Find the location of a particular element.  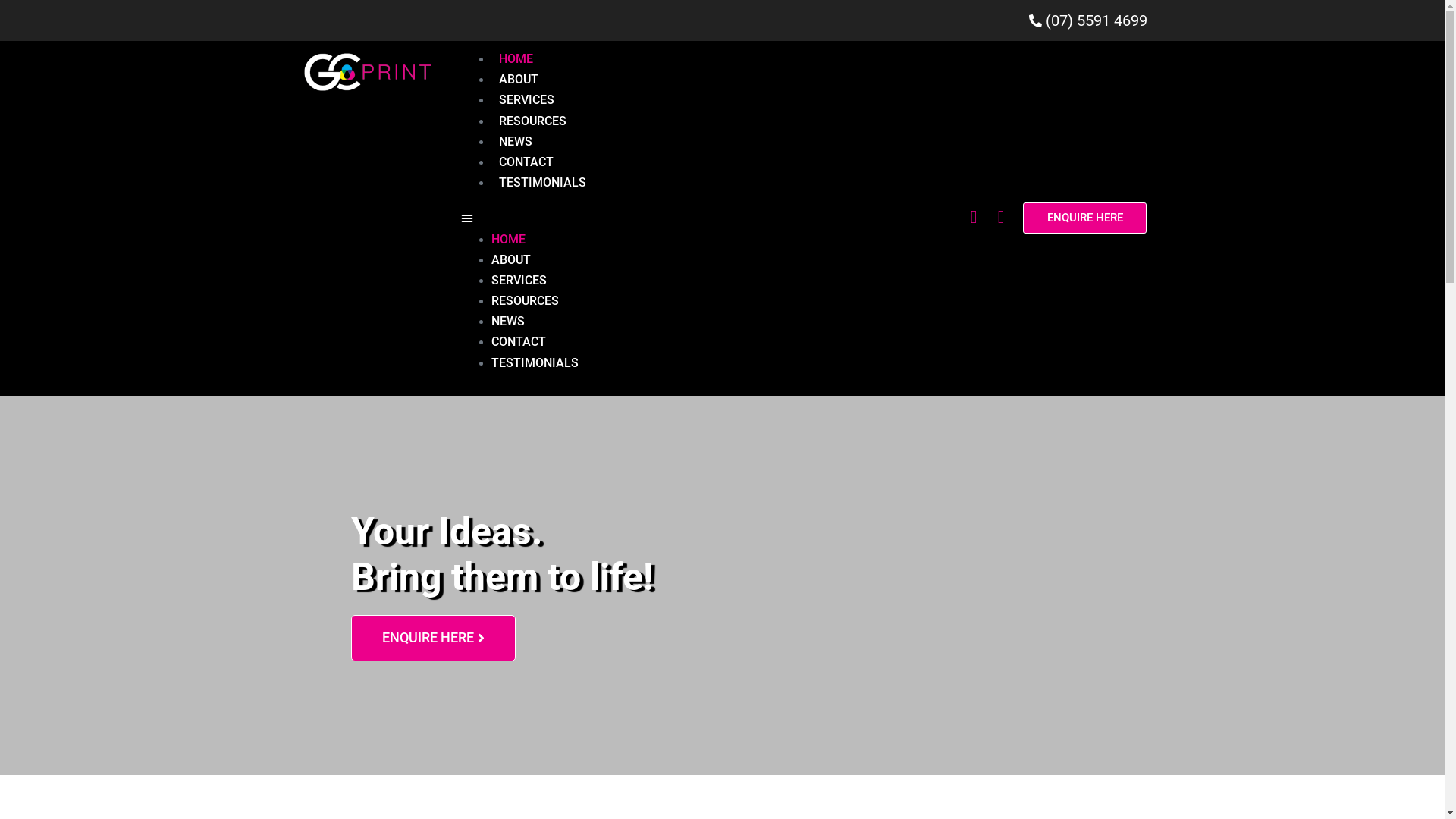

'HOME' is located at coordinates (491, 58).